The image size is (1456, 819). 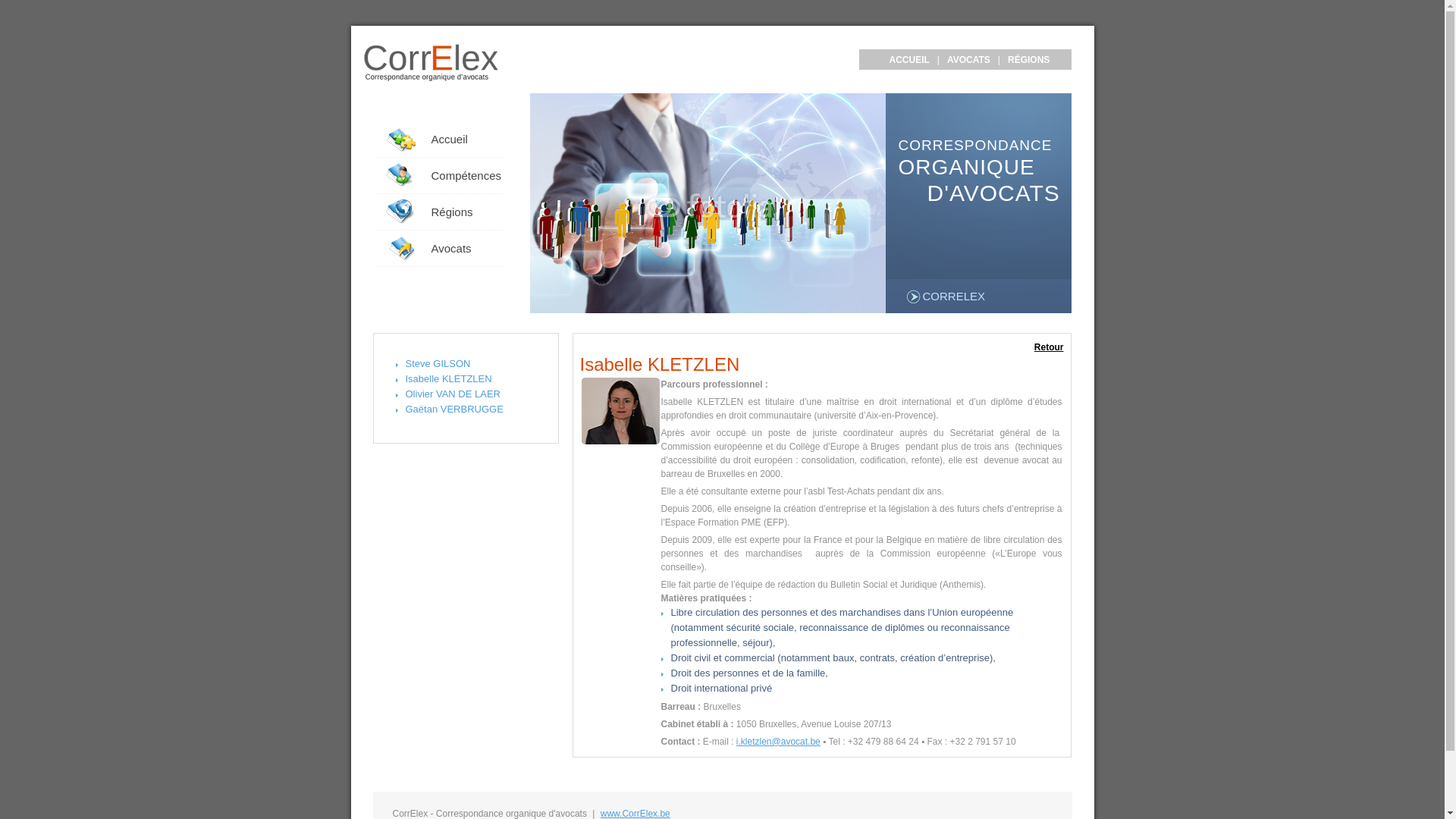 I want to click on 'Olivier VAN DE LAER', so click(x=404, y=393).